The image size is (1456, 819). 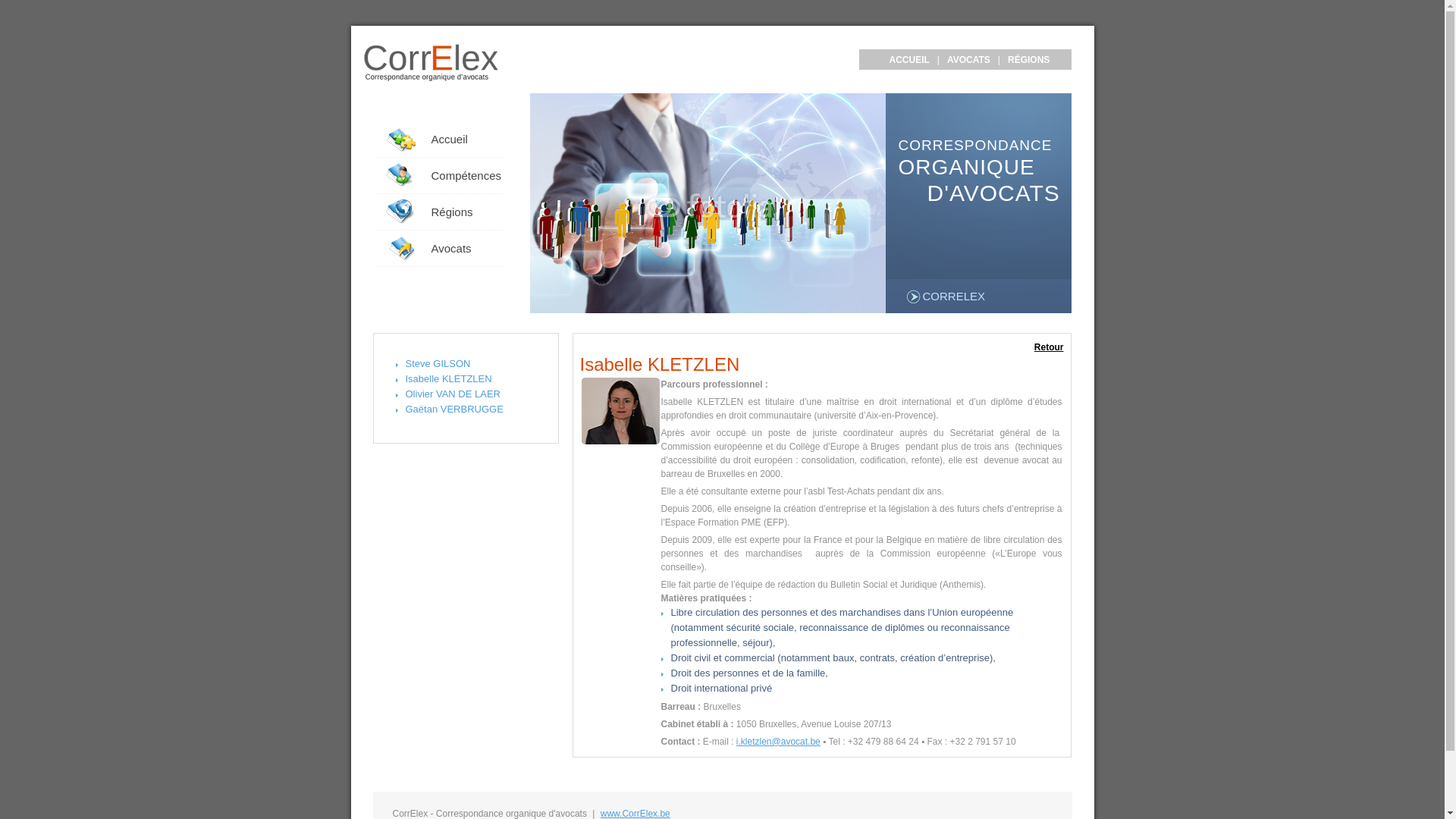 I want to click on 'Olivier VAN DE LAER', so click(x=404, y=393).